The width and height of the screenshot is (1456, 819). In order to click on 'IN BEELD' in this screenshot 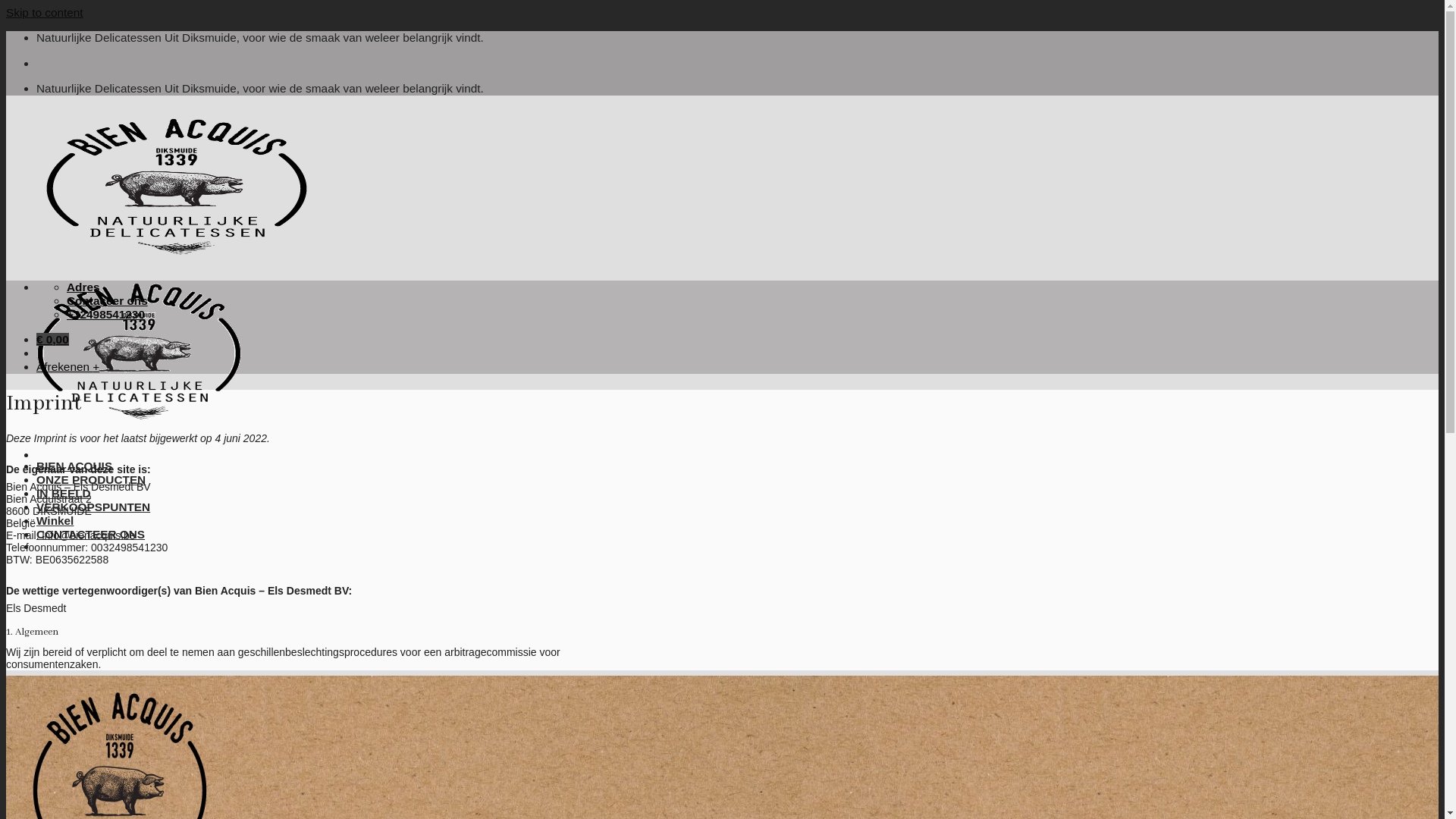, I will do `click(62, 493)`.